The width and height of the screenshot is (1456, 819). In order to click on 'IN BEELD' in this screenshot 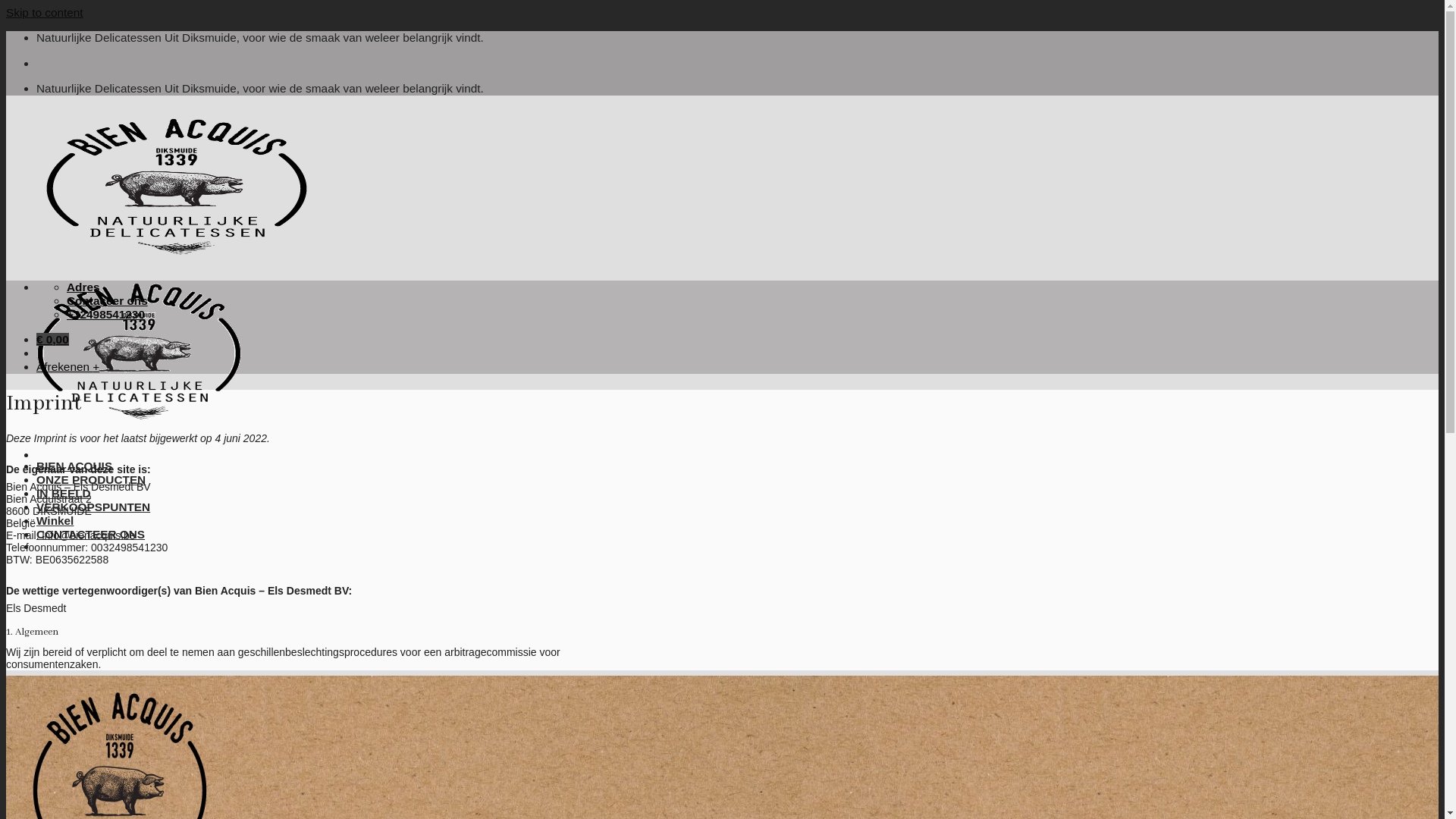, I will do `click(62, 493)`.